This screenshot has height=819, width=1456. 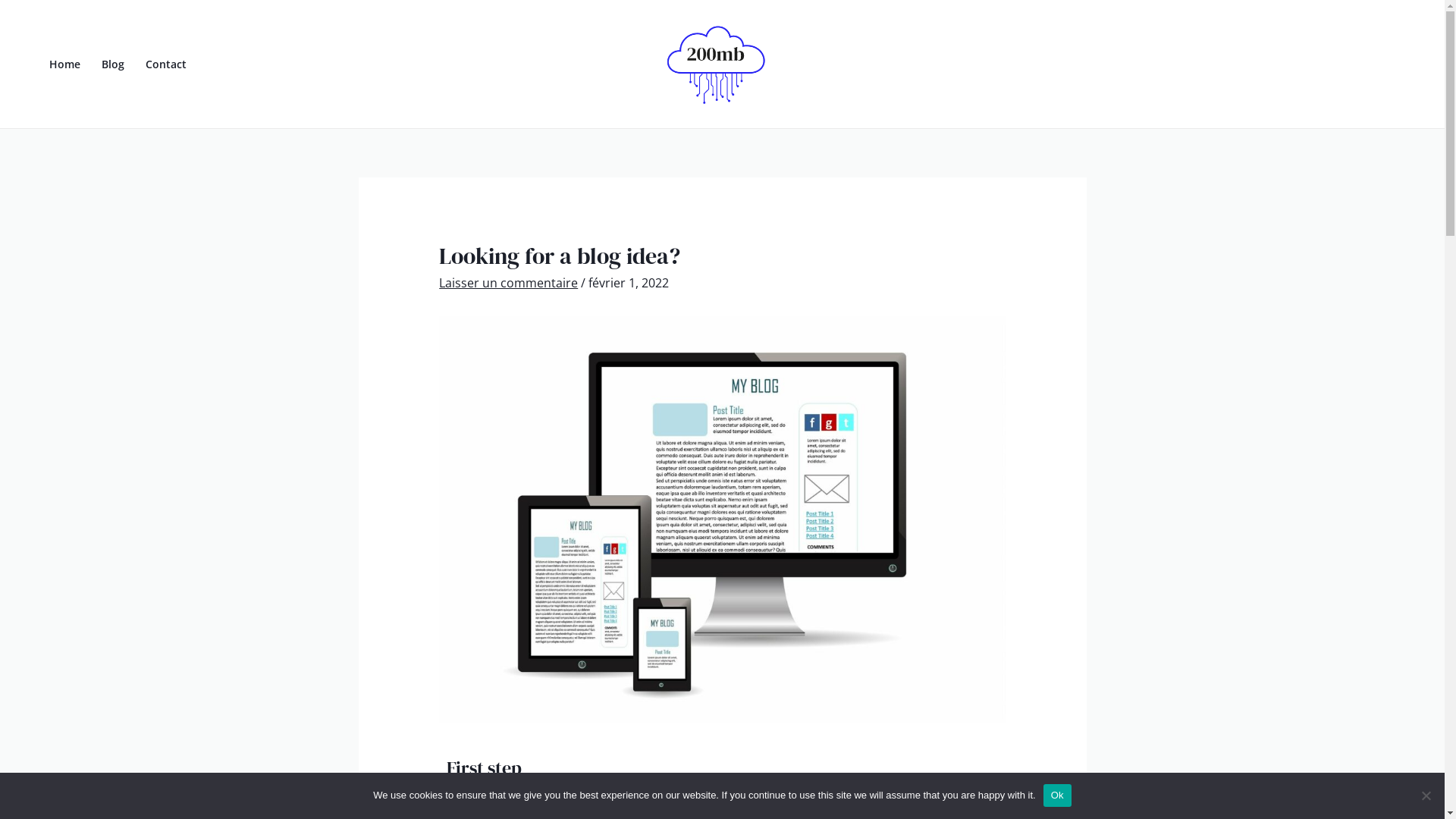 I want to click on 'Home', so click(x=64, y=63).